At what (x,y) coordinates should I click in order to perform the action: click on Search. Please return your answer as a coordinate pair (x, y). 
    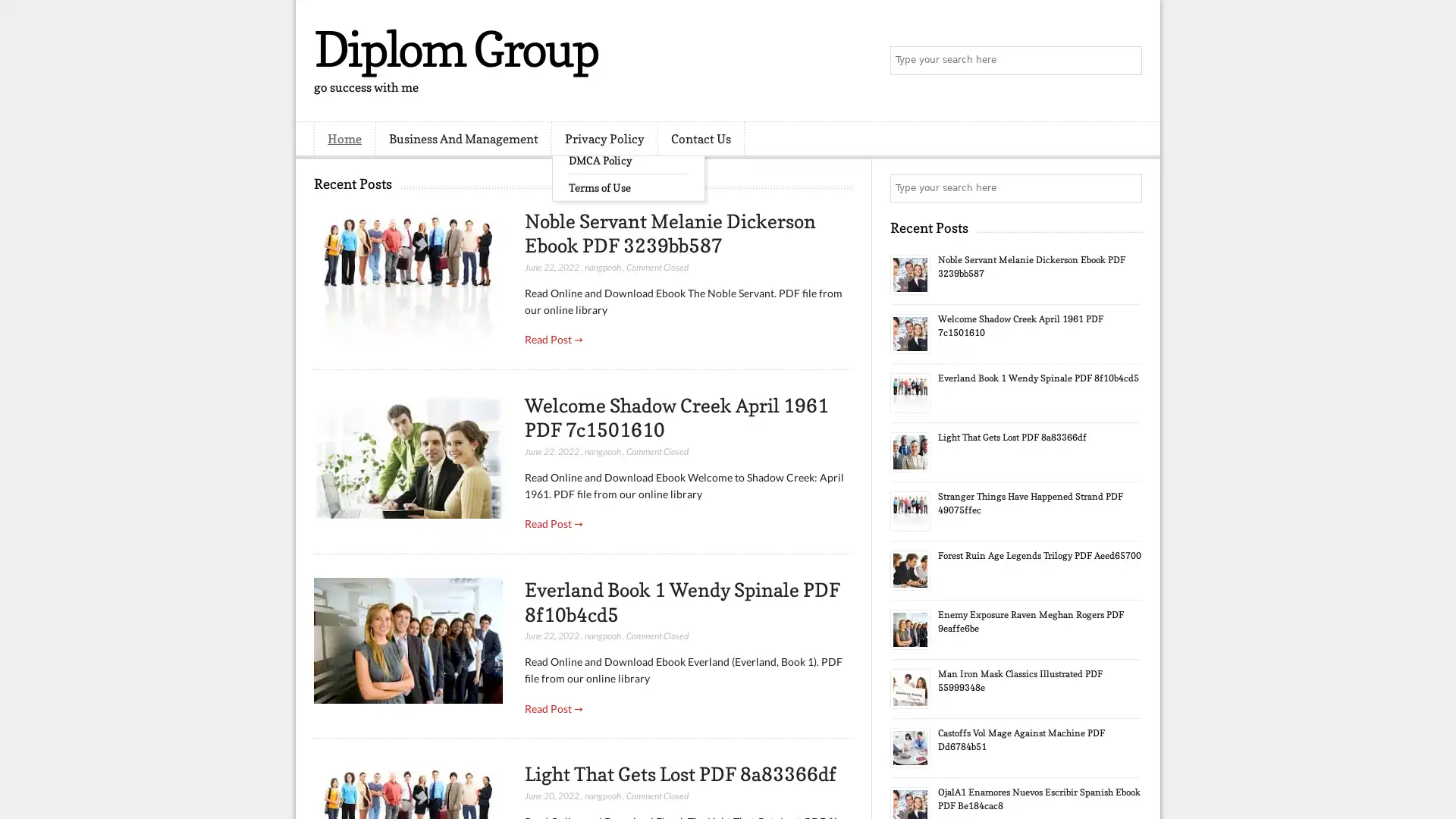
    Looking at the image, I should click on (1126, 188).